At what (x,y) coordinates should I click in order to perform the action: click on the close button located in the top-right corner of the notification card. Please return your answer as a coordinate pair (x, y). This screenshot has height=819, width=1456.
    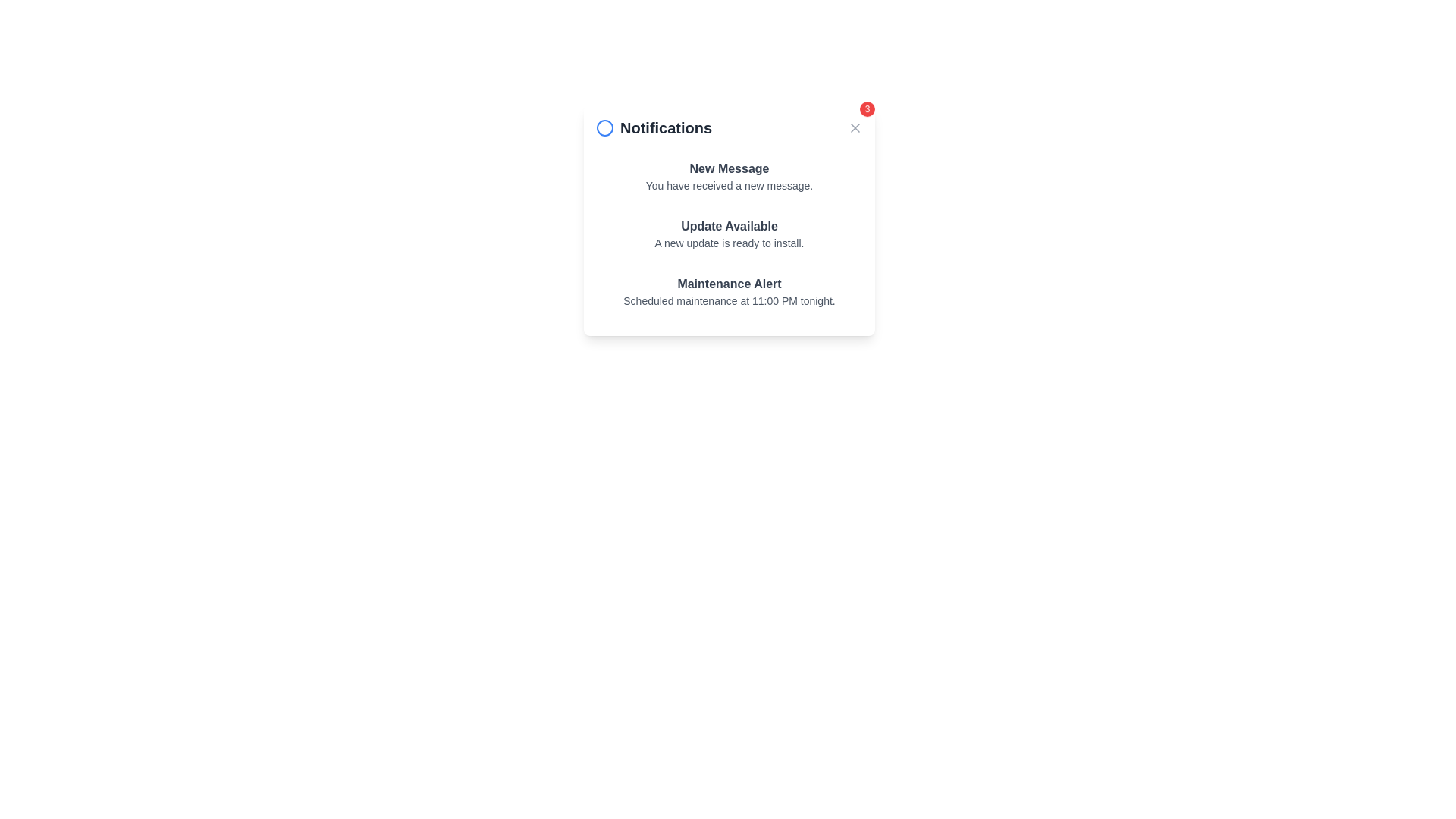
    Looking at the image, I should click on (855, 127).